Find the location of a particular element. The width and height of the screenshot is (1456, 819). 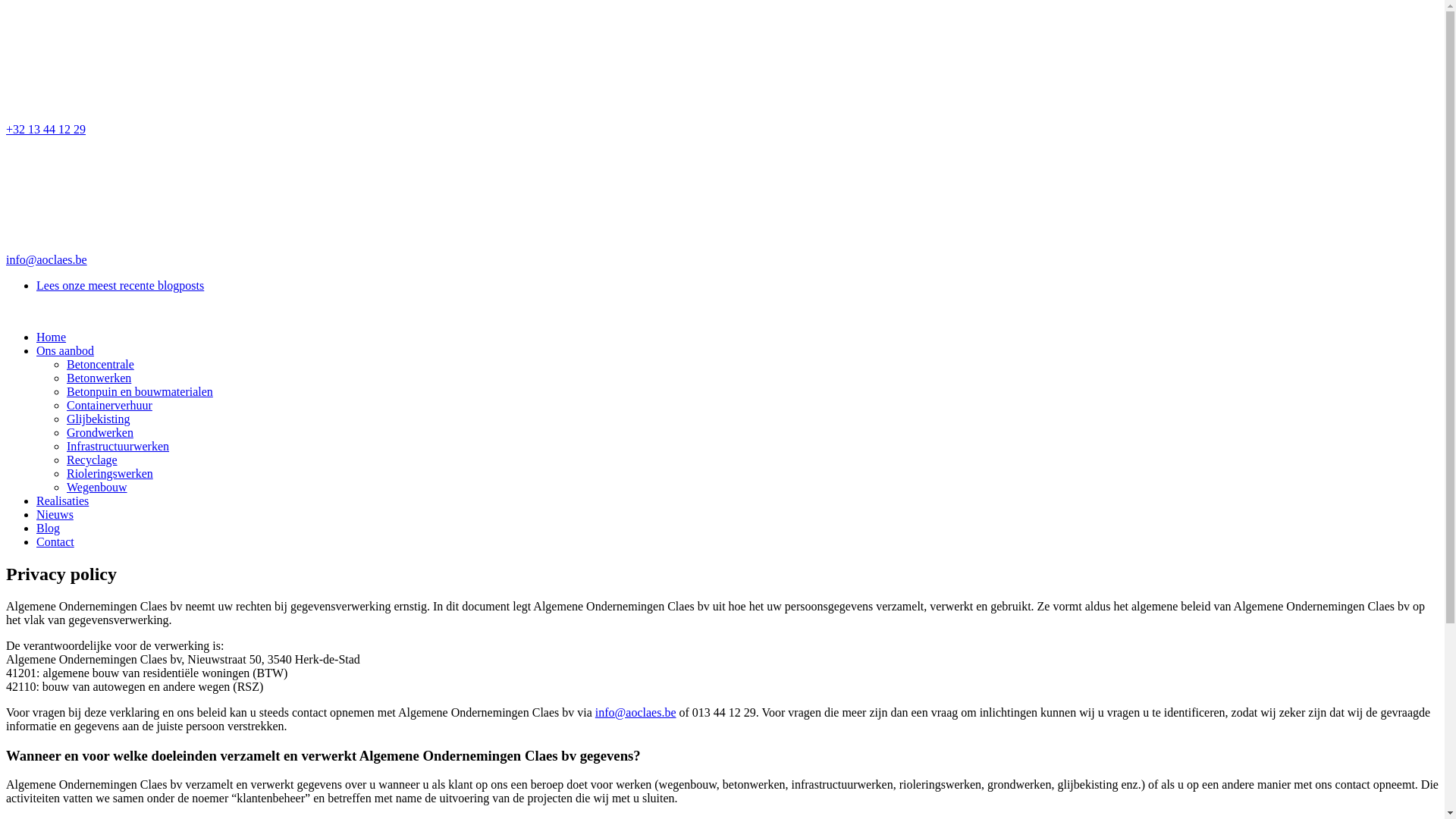

'Betoncentrale' is located at coordinates (99, 364).